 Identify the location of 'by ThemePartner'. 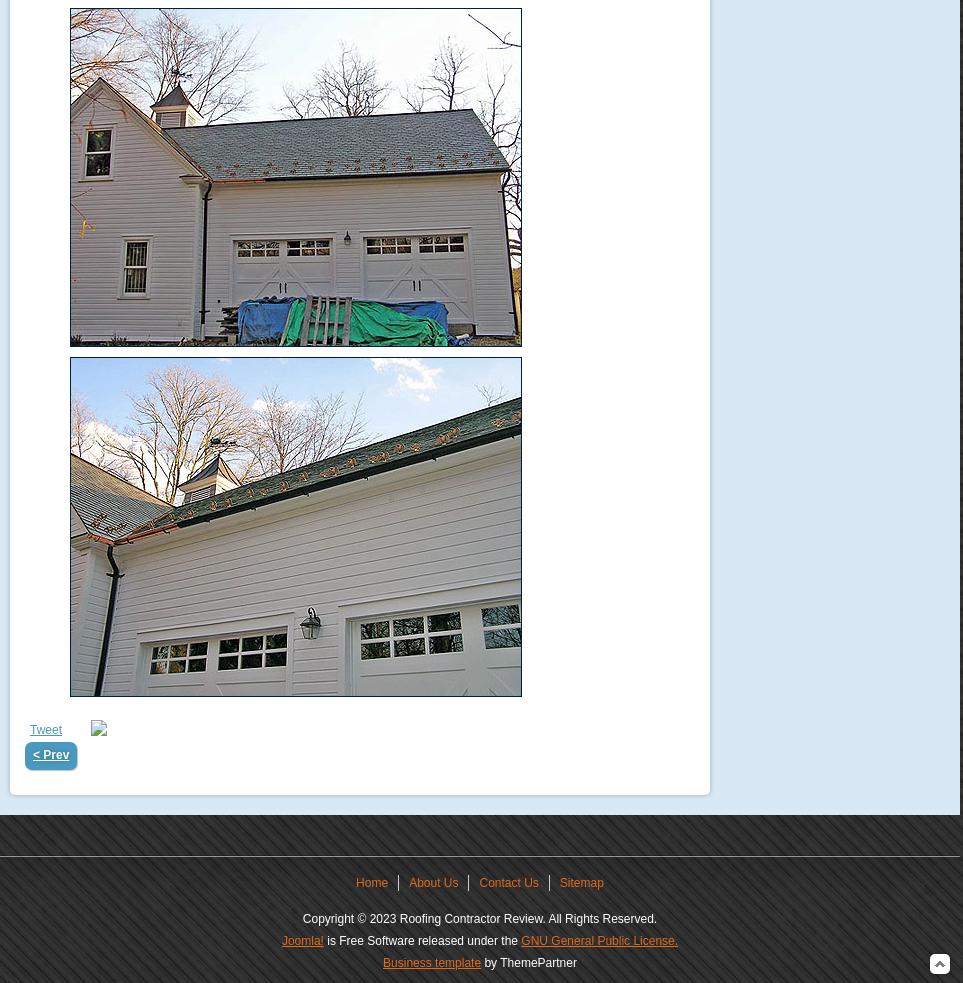
(527, 961).